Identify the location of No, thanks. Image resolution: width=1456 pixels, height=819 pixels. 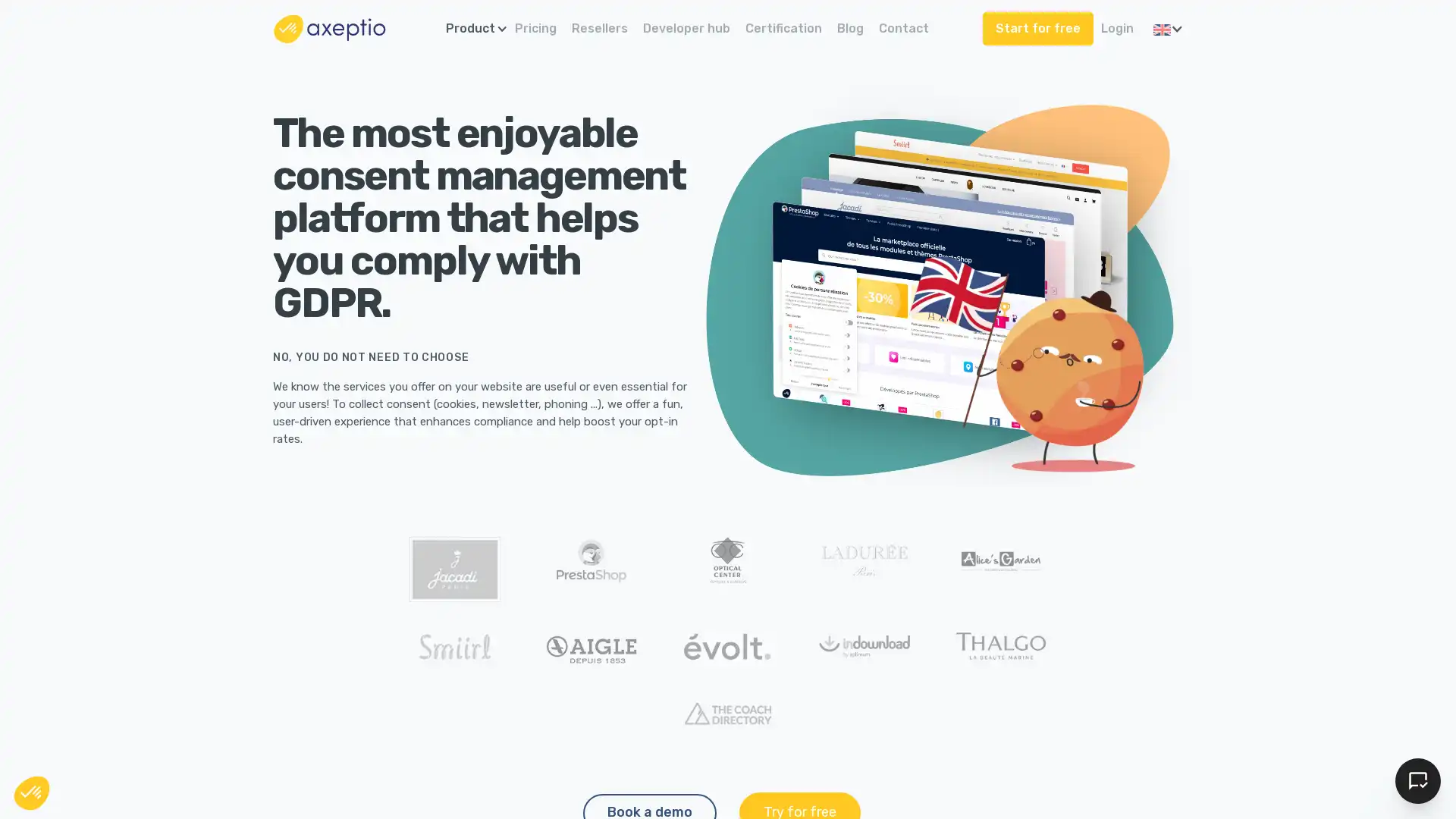
(67, 735).